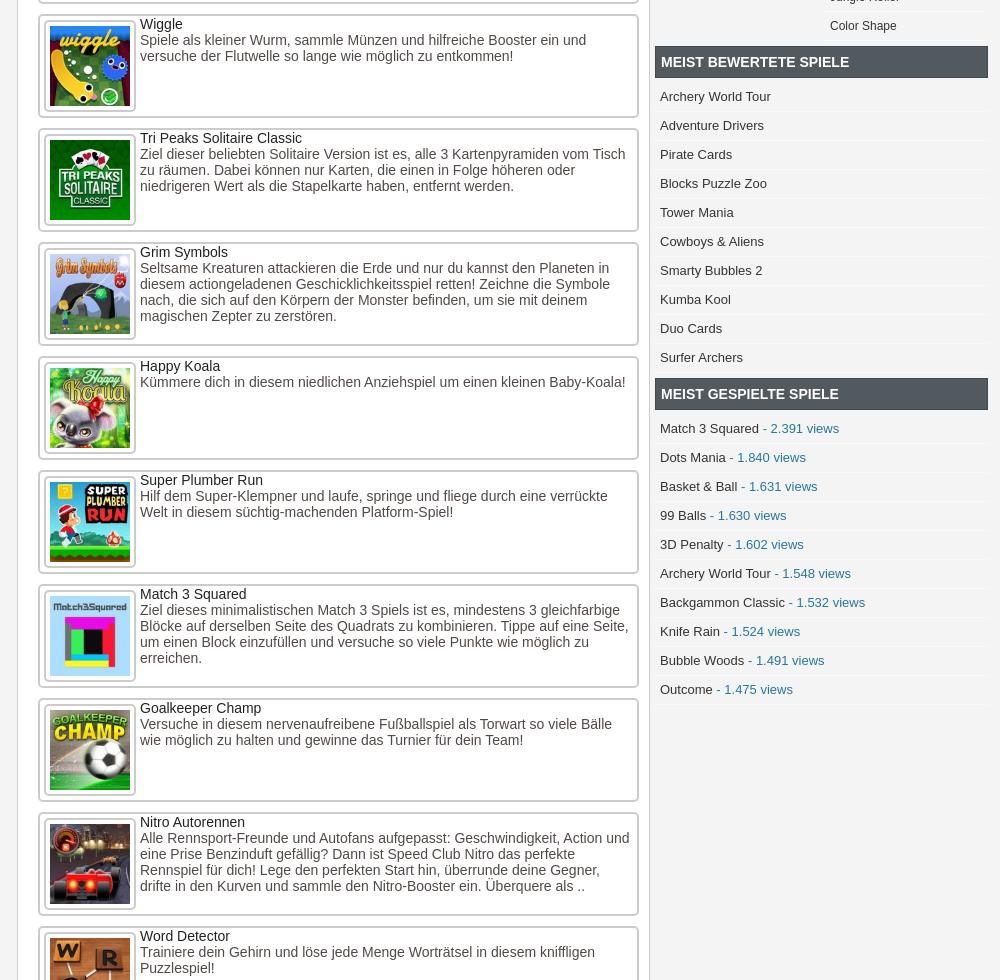  What do you see at coordinates (824, 602) in the screenshot?
I see `'- 1.532 views'` at bounding box center [824, 602].